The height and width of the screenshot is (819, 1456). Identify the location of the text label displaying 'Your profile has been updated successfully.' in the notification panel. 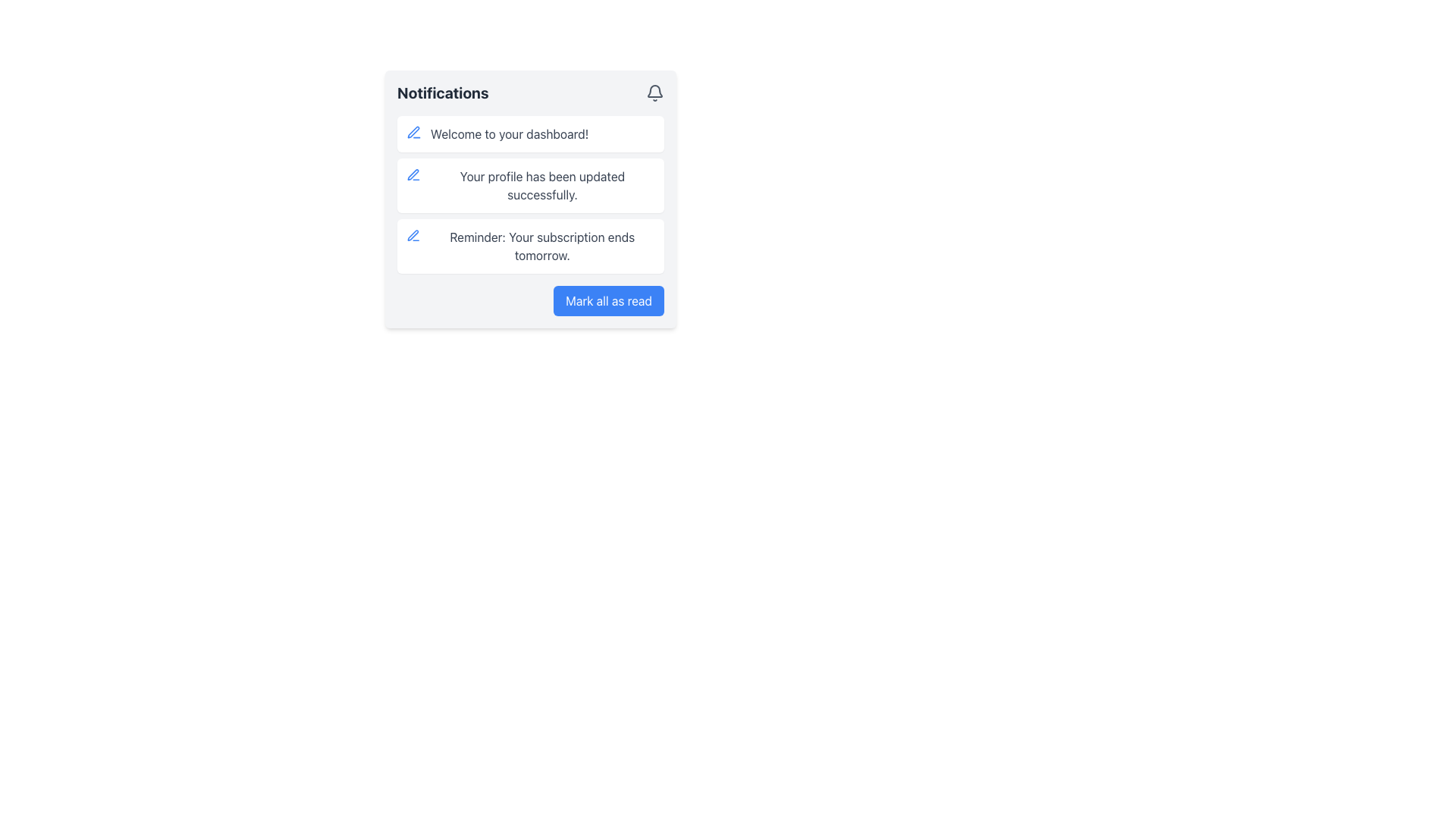
(542, 185).